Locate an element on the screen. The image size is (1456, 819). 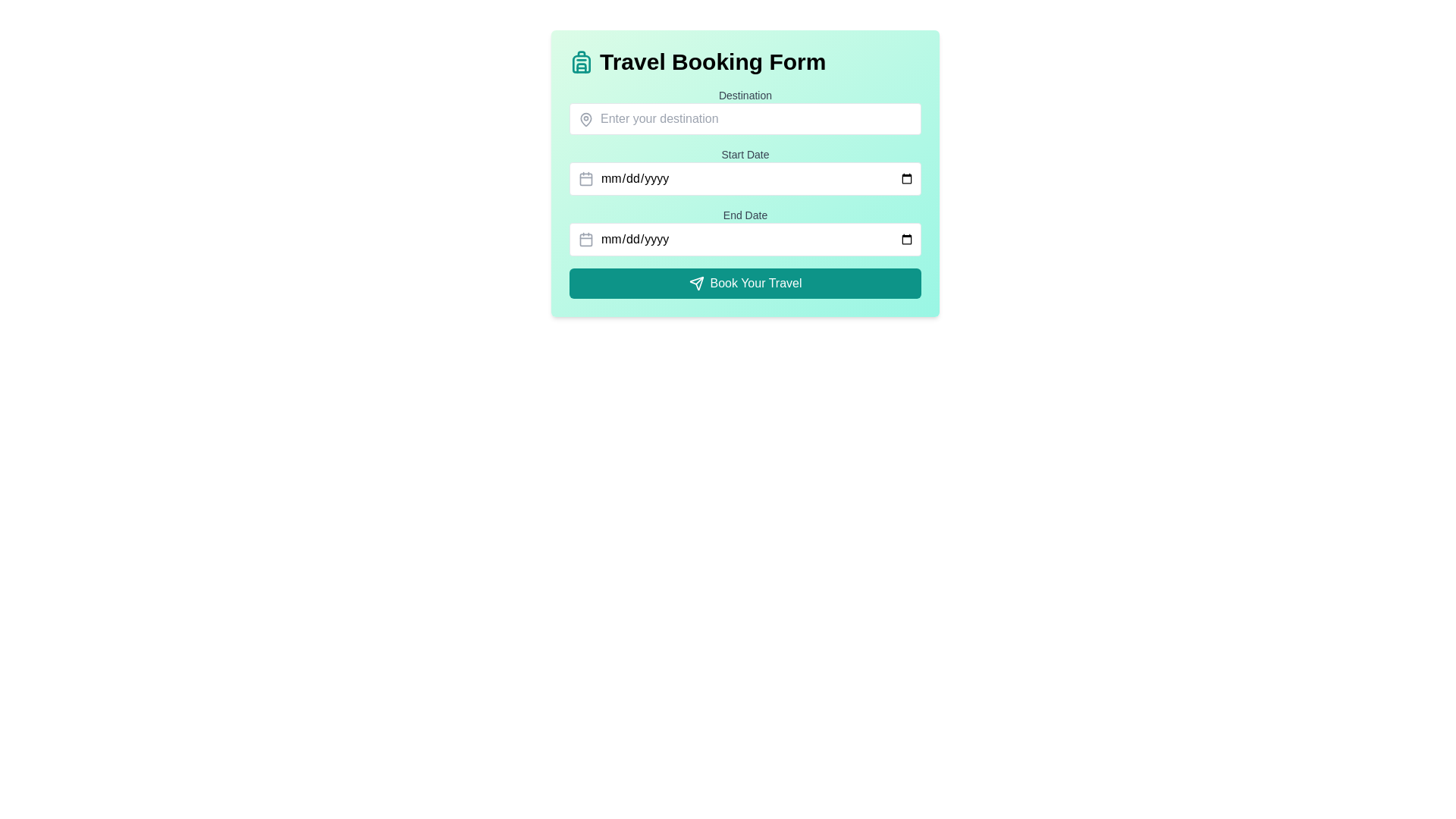
the icon within the 'Book Your Travel' submit button located at the bottom of the form is located at coordinates (695, 284).